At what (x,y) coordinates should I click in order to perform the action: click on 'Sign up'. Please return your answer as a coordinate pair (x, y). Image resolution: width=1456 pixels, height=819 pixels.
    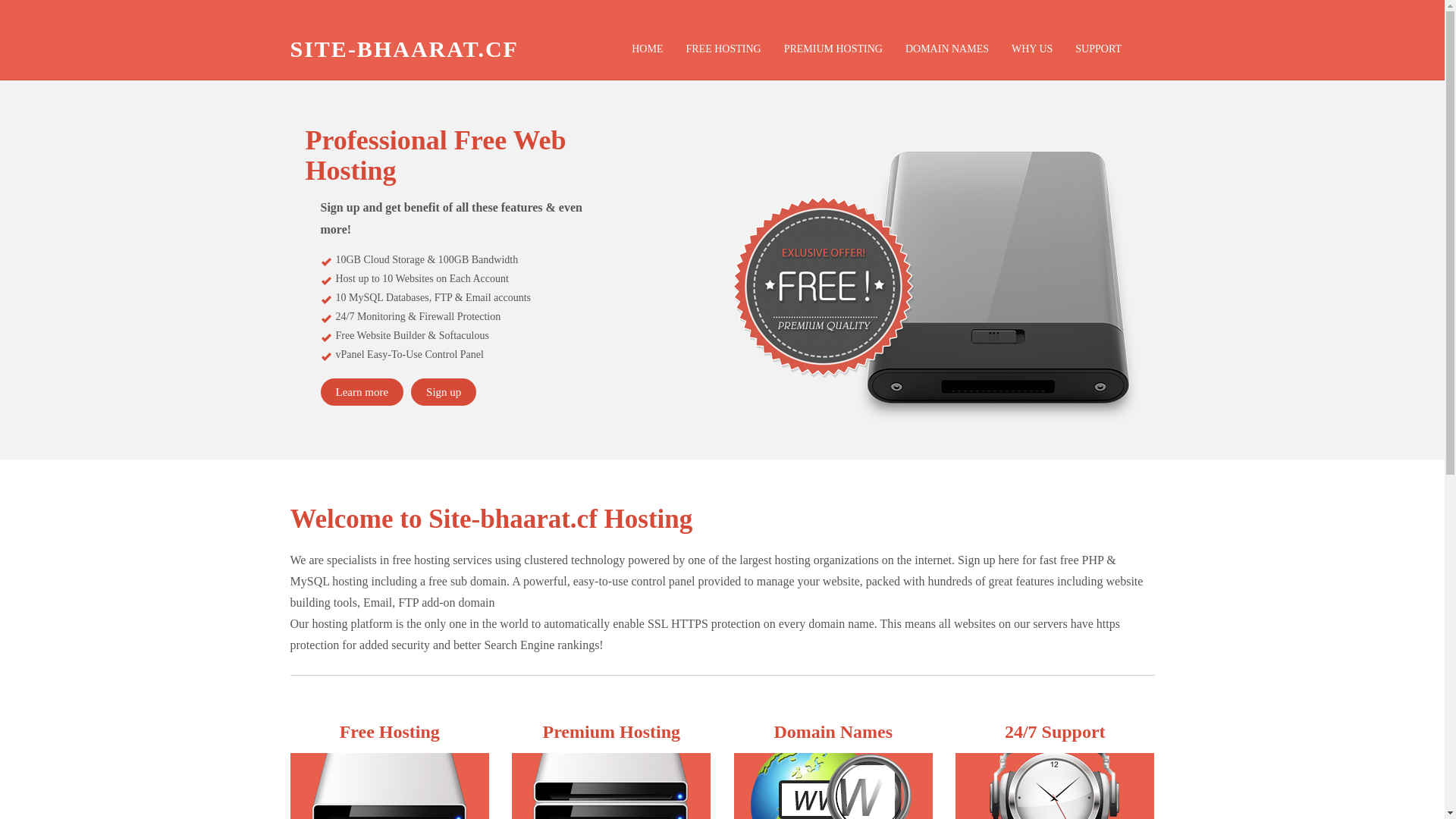
    Looking at the image, I should click on (443, 391).